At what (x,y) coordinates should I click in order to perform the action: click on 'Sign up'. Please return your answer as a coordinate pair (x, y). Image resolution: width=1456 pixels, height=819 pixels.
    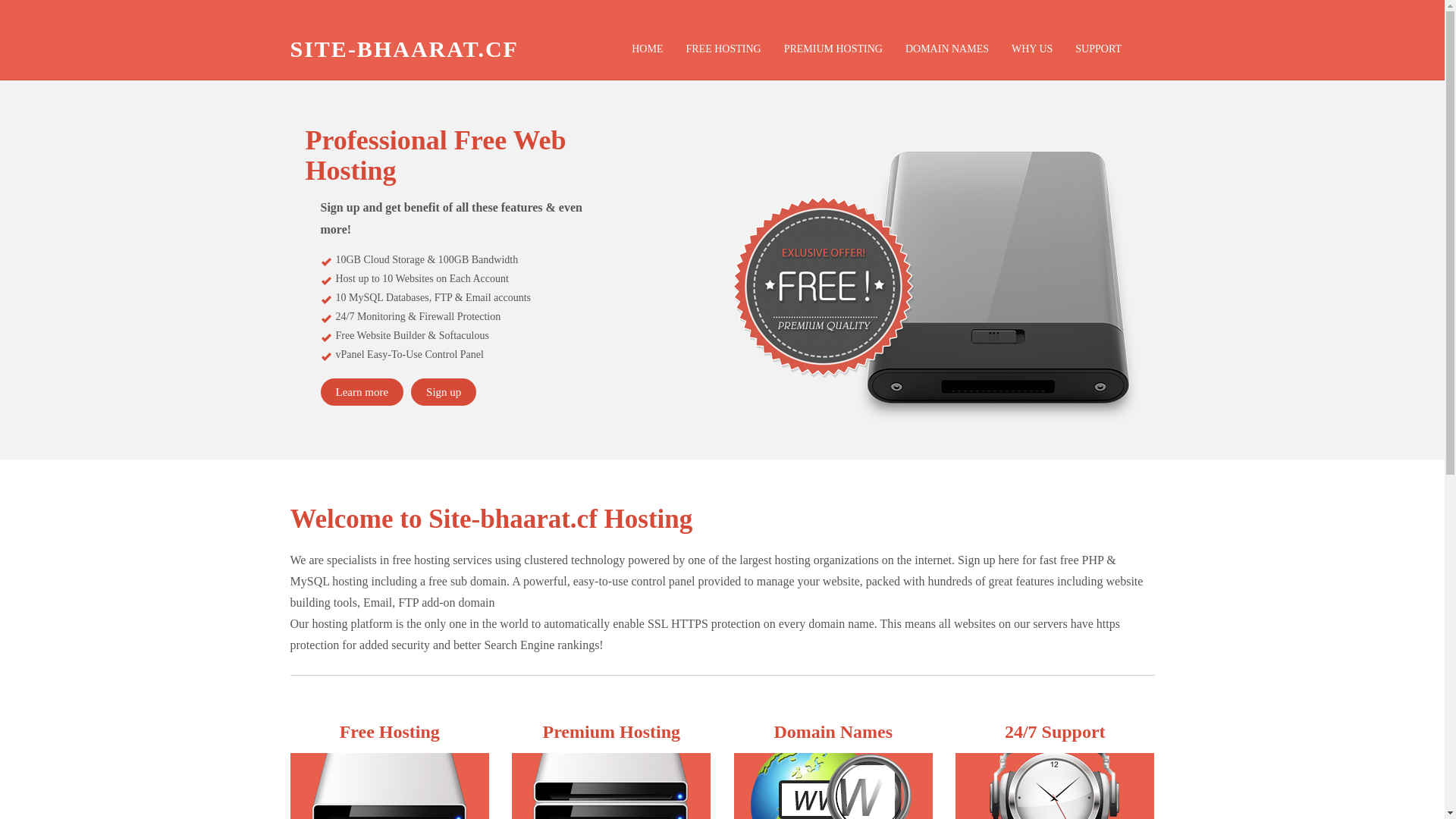
    Looking at the image, I should click on (443, 391).